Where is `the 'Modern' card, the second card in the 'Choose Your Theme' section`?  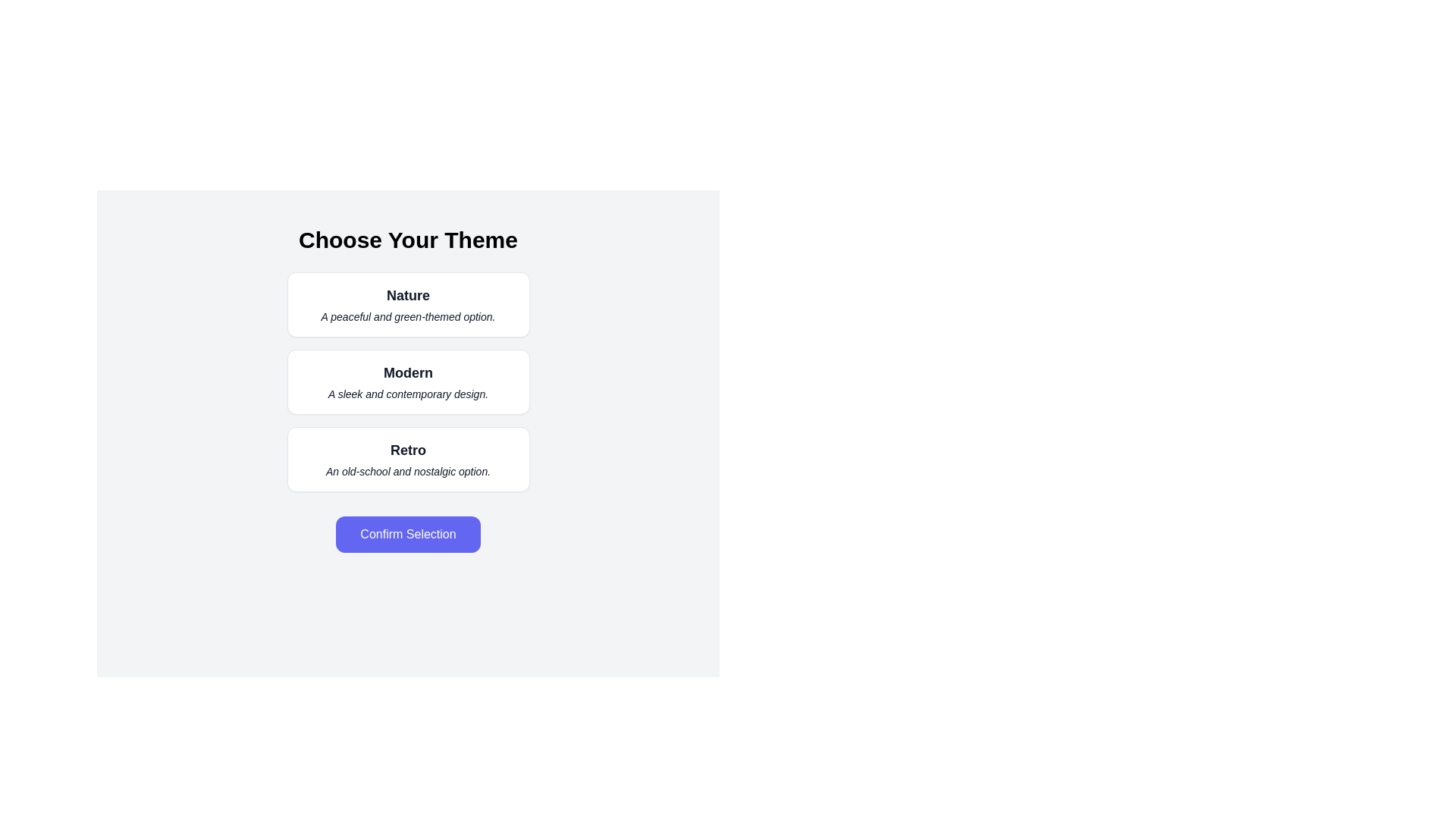
the 'Modern' card, the second card in the 'Choose Your Theme' section is located at coordinates (408, 381).